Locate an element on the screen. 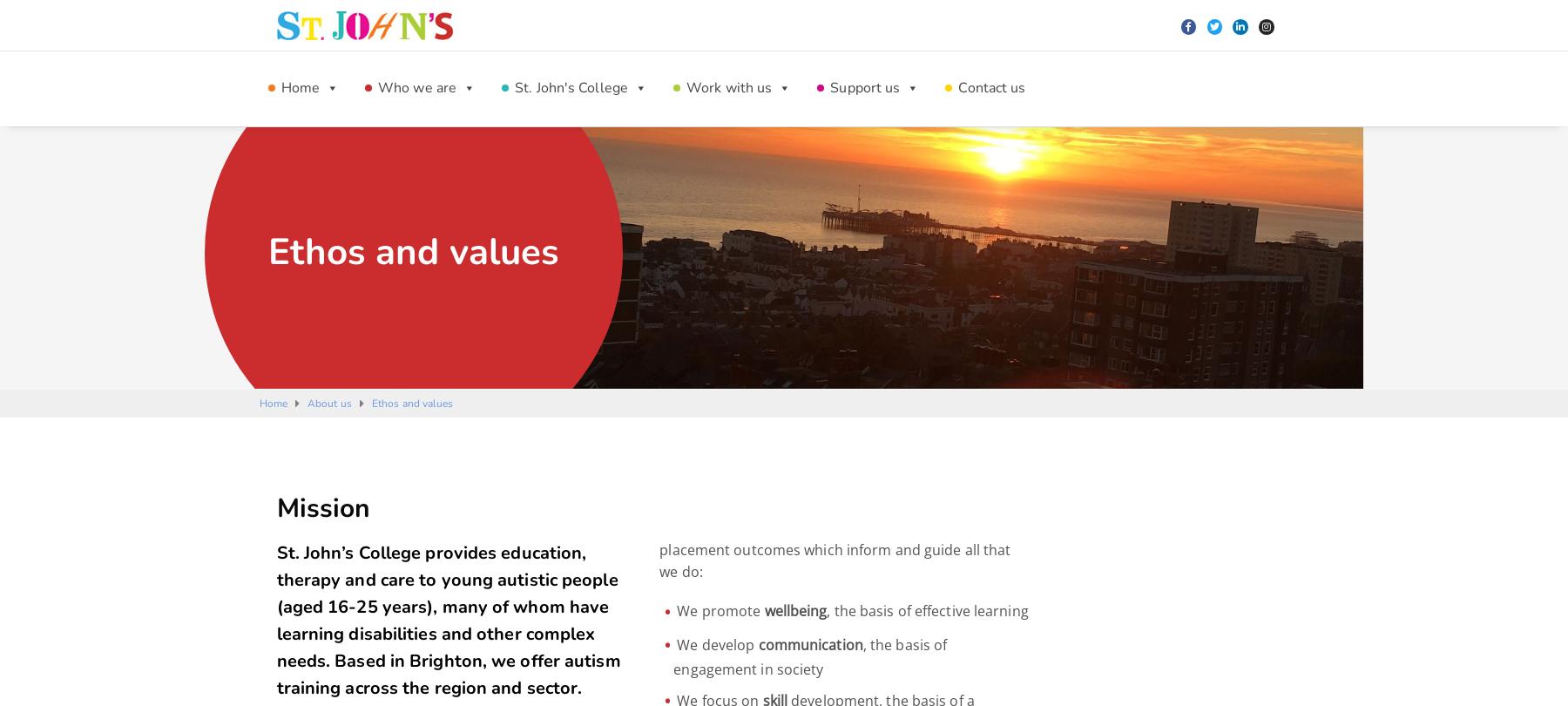 The image size is (1568, 706). 'Our College Governors' is located at coordinates (914, 363).